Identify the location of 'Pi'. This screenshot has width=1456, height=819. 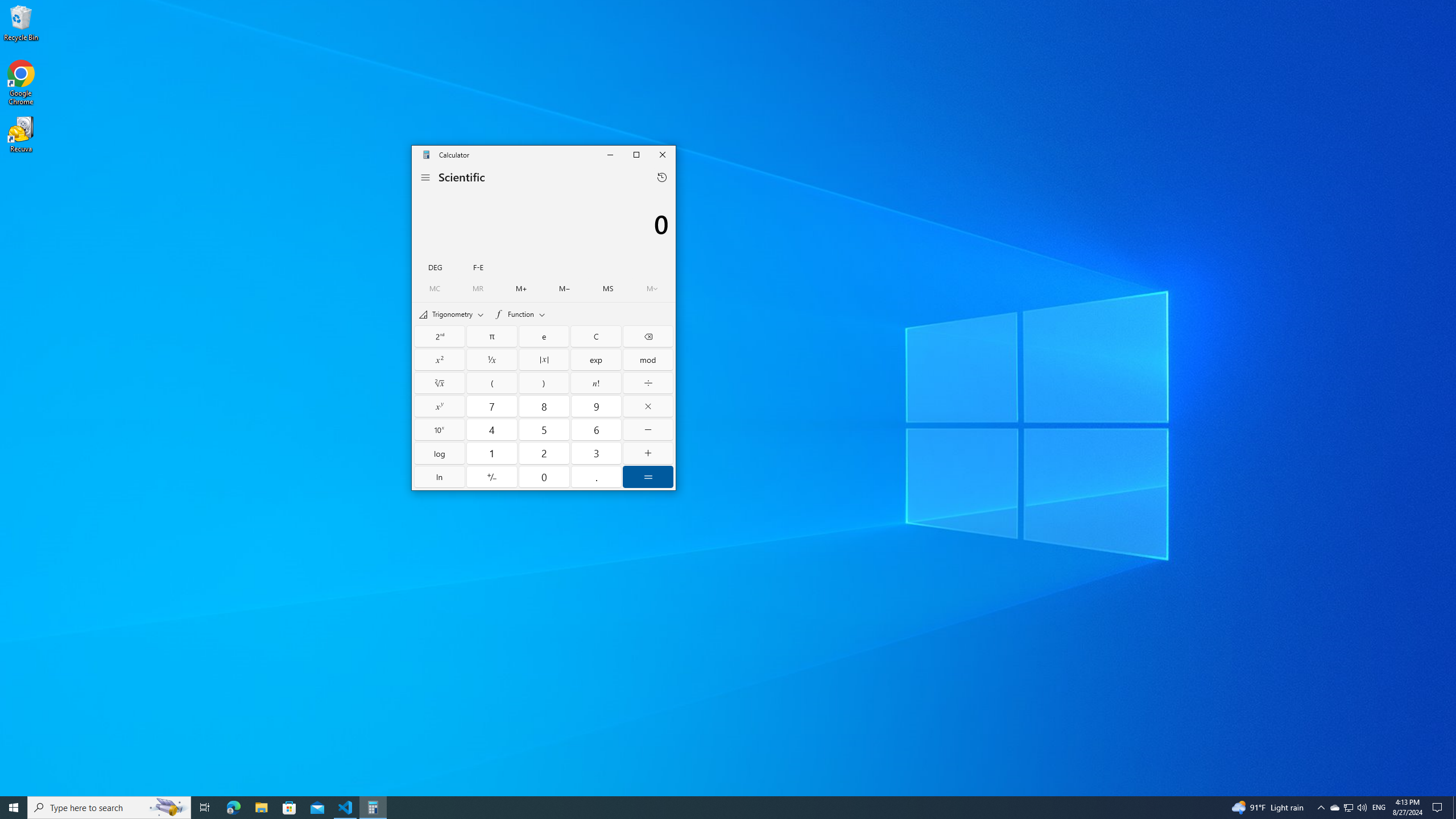
(491, 336).